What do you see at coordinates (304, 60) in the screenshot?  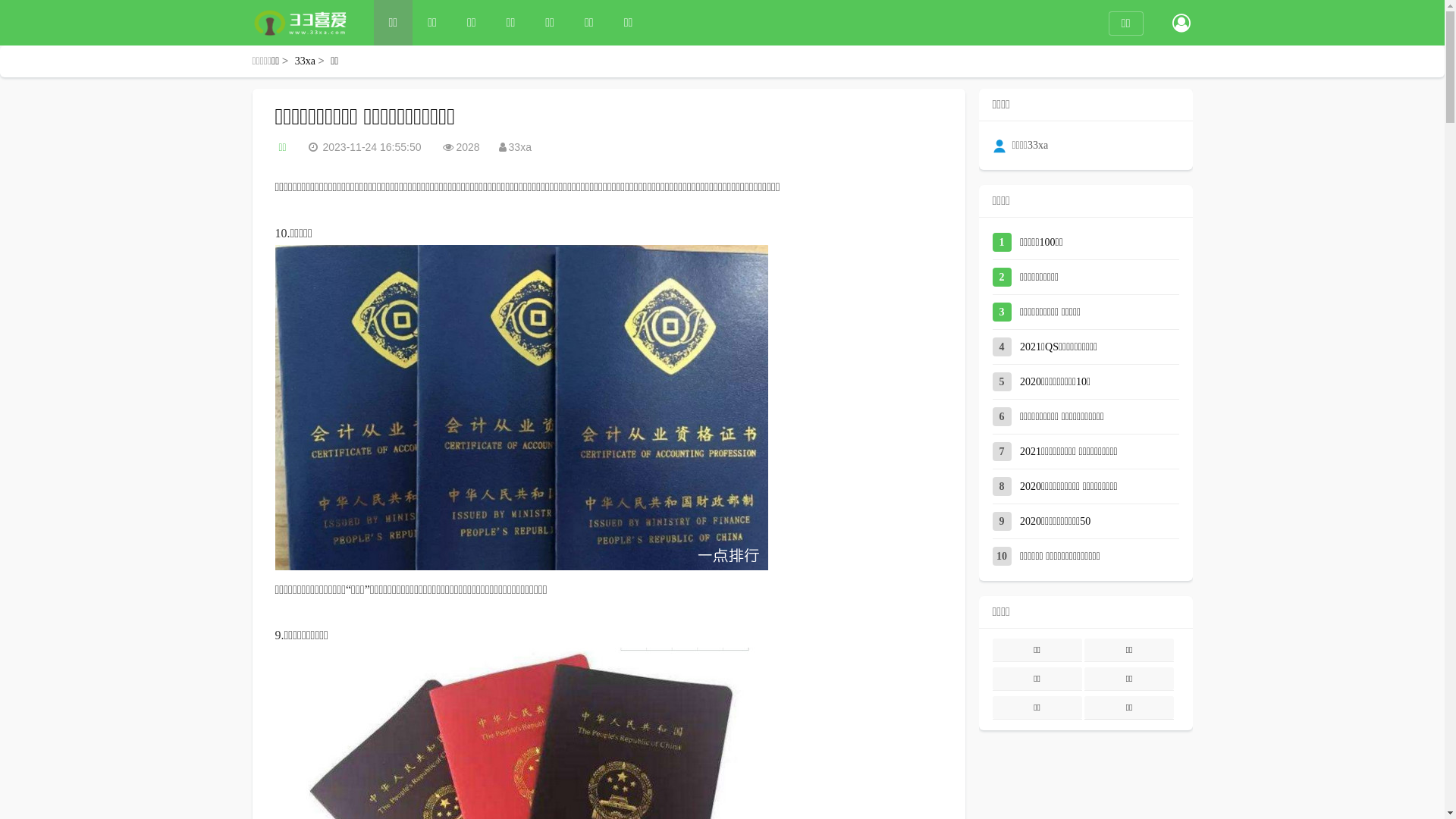 I see `'33xa'` at bounding box center [304, 60].